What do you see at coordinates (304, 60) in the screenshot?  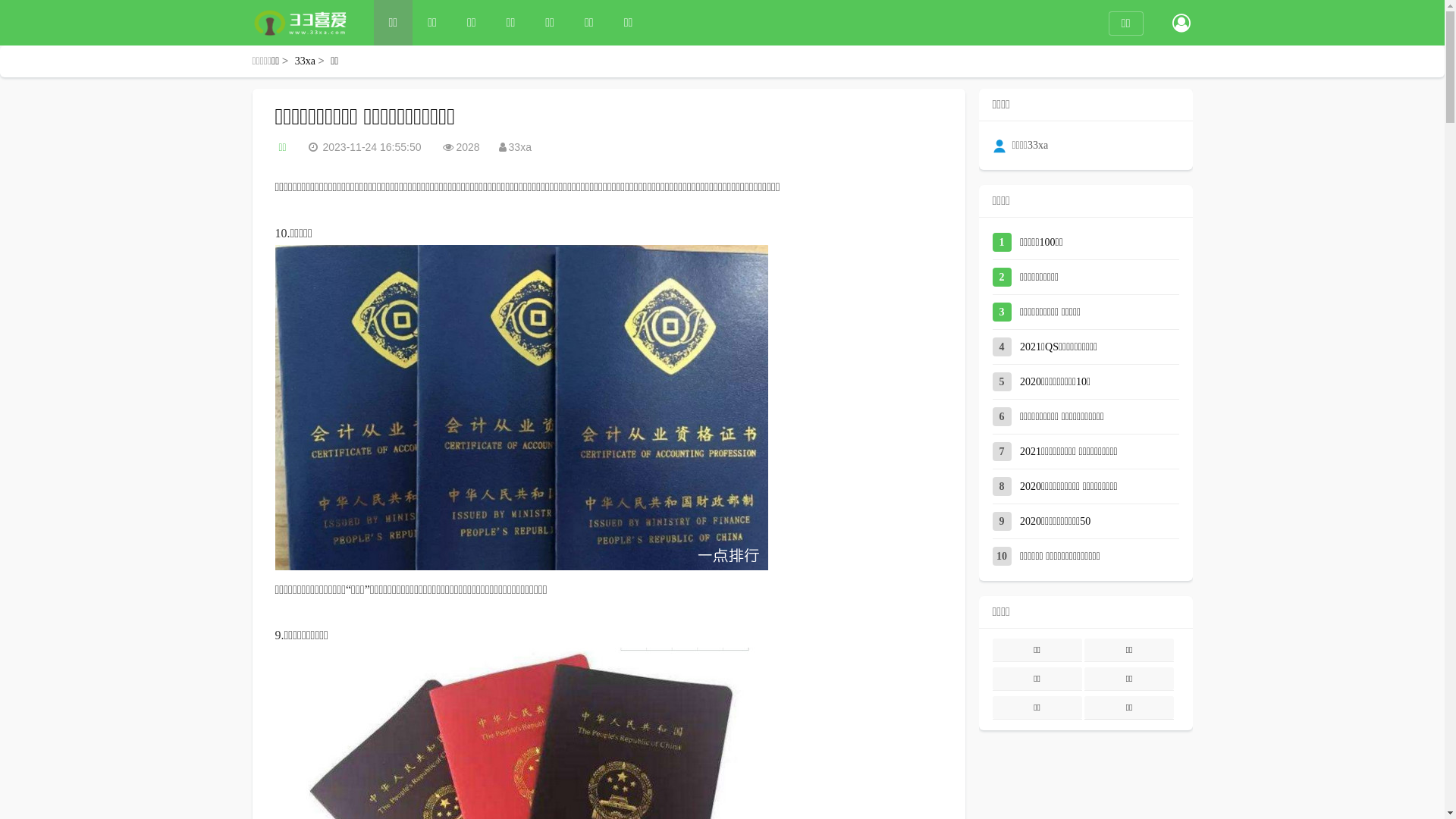 I see `'33xa'` at bounding box center [304, 60].